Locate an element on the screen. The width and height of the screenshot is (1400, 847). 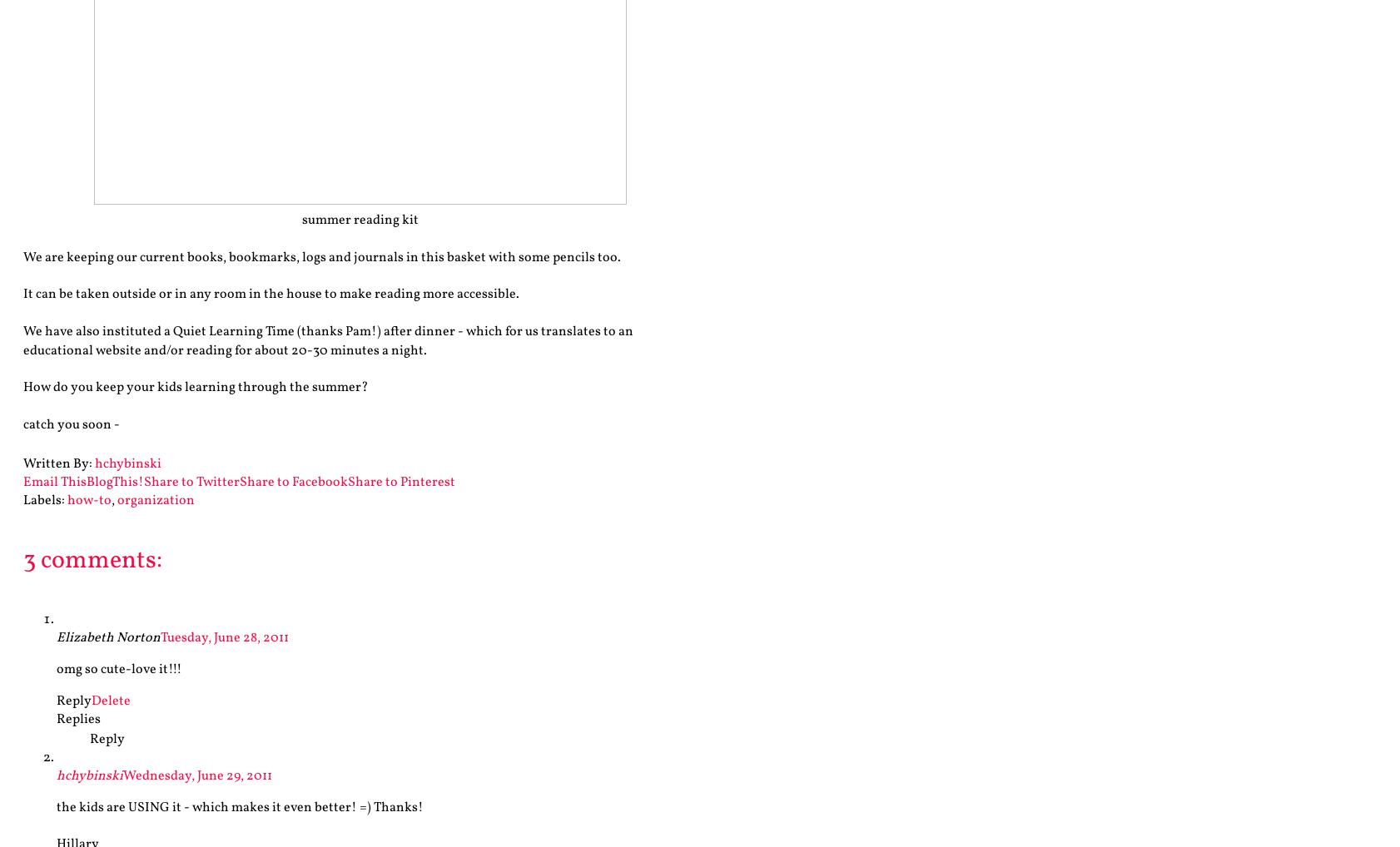
'catch you soon -' is located at coordinates (70, 424).